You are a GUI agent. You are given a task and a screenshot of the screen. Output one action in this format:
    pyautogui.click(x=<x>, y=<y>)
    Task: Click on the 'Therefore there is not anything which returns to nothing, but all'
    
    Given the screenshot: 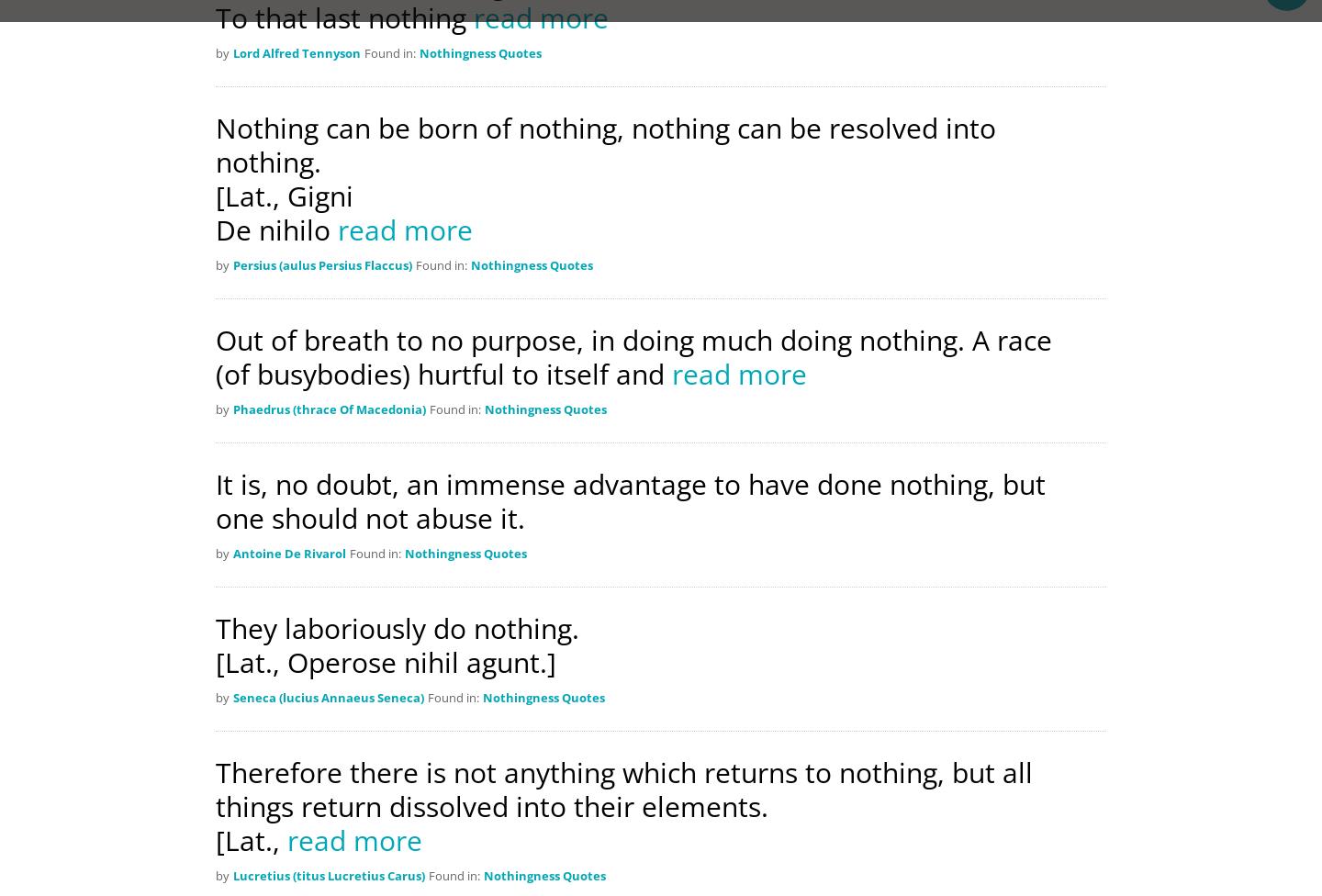 What is the action you would take?
    pyautogui.click(x=623, y=772)
    